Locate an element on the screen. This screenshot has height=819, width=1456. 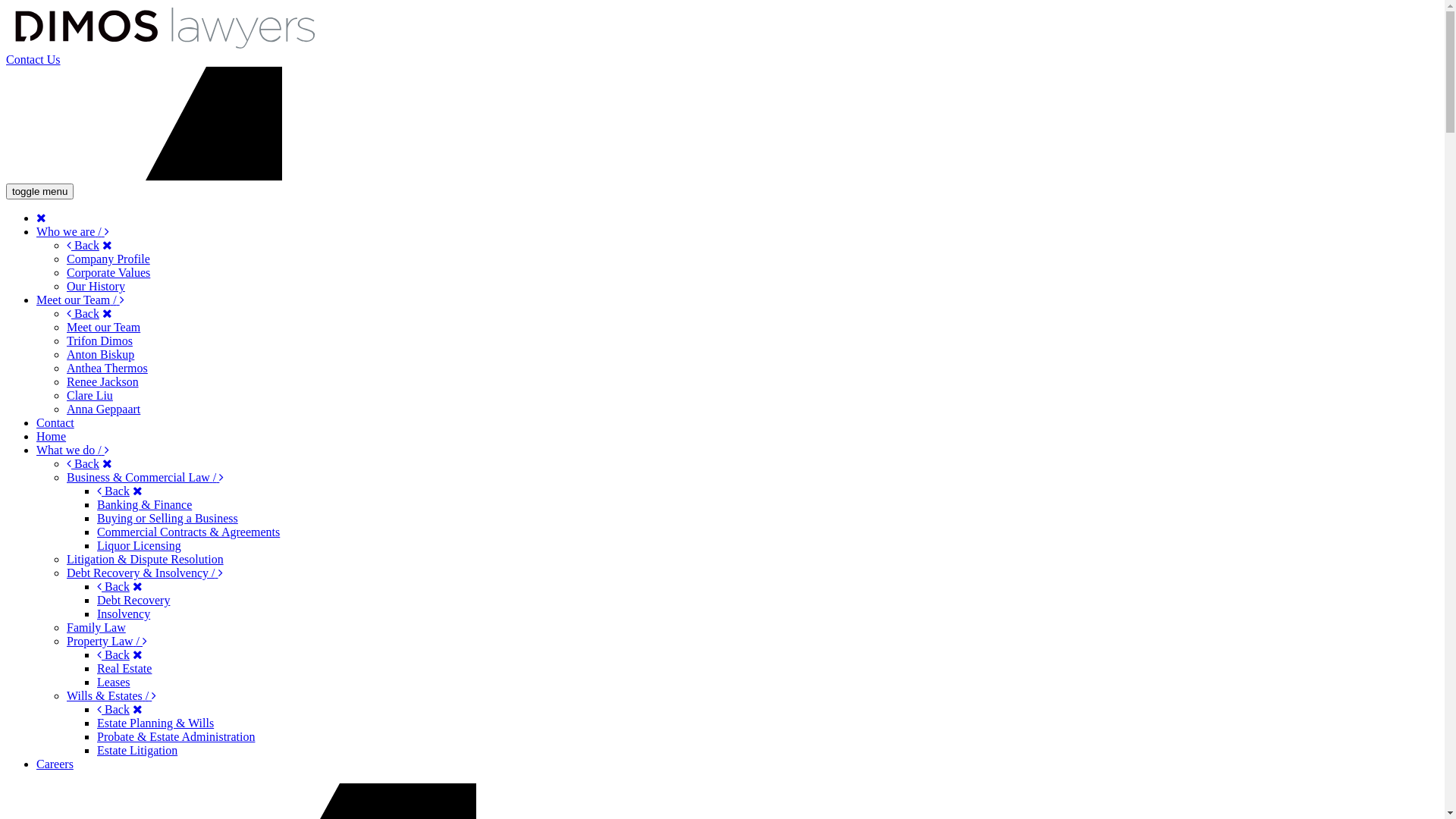
'Debt Recovery & Insolvency /' is located at coordinates (65, 573).